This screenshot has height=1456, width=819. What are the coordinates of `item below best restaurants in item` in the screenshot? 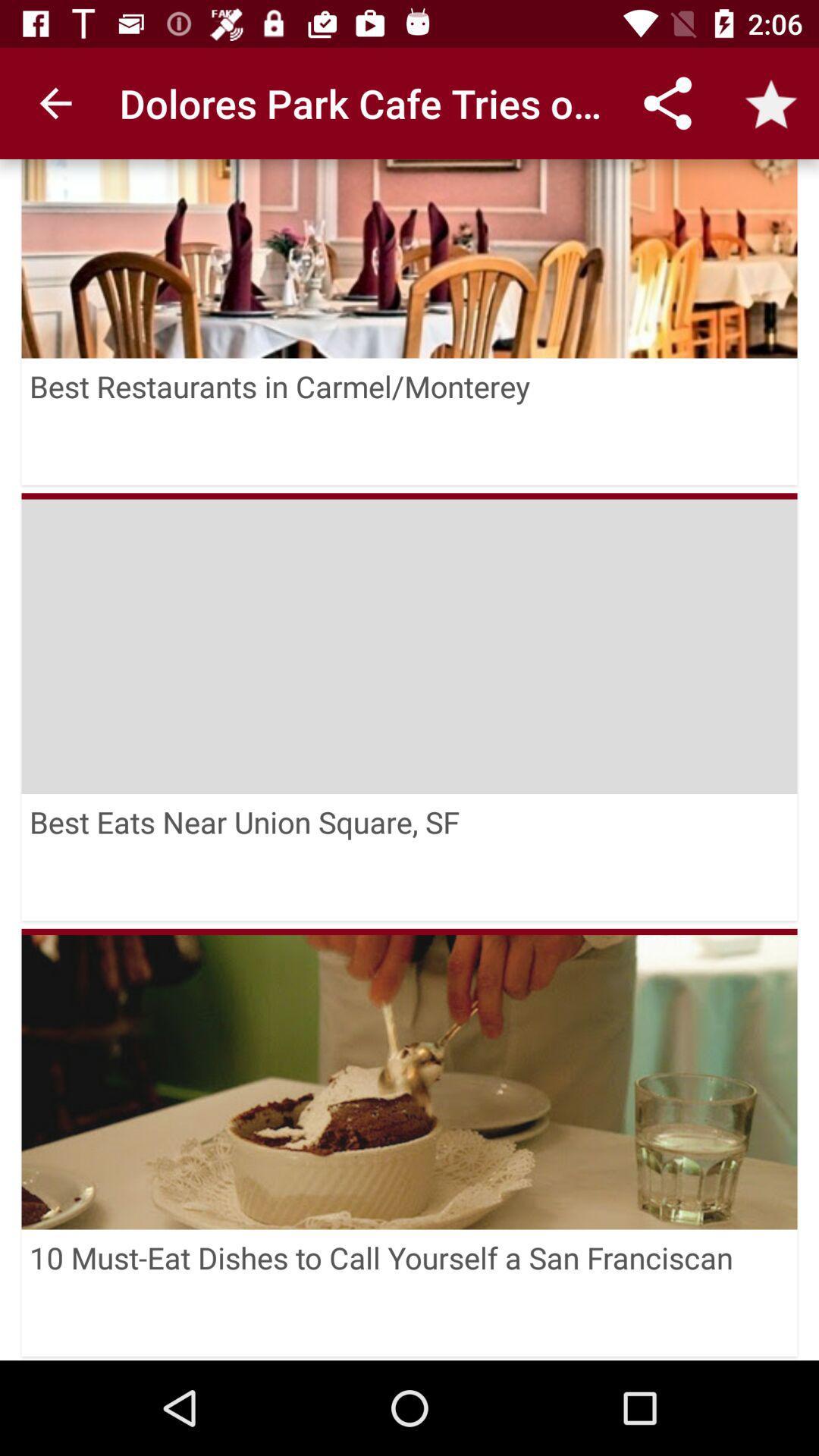 It's located at (409, 496).